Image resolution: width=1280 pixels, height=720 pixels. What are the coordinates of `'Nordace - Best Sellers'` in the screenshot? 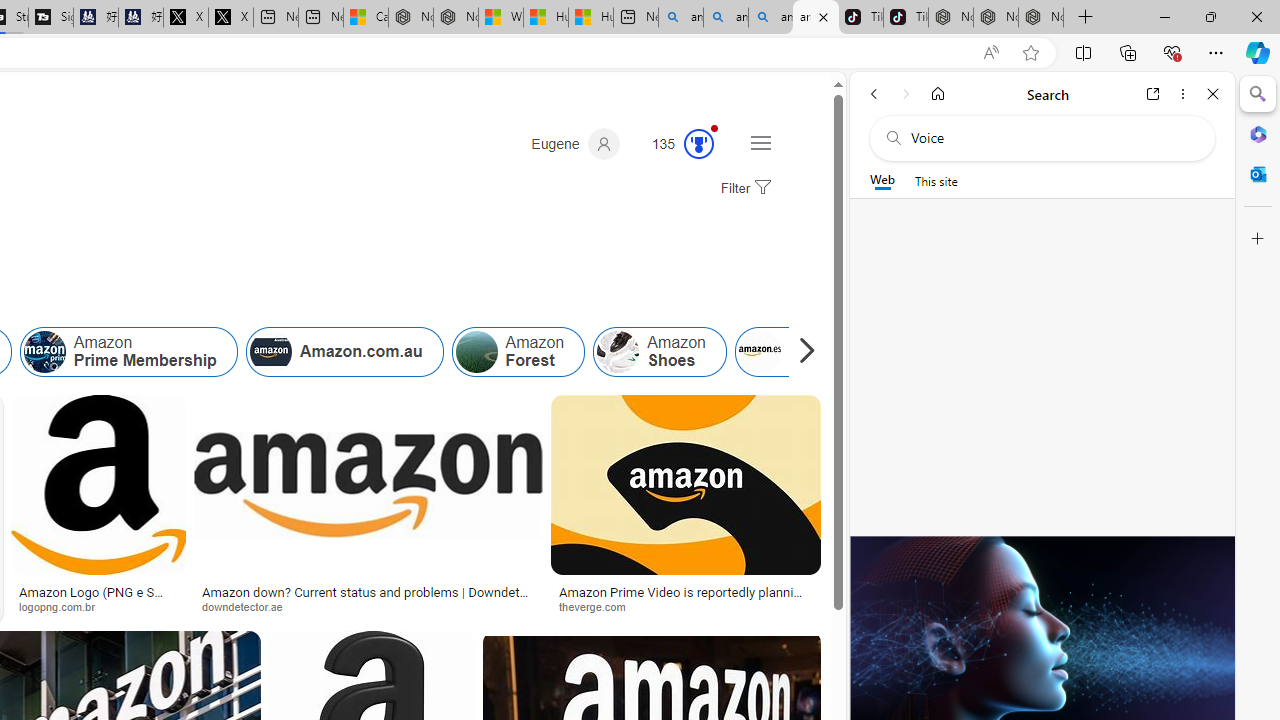 It's located at (950, 17).